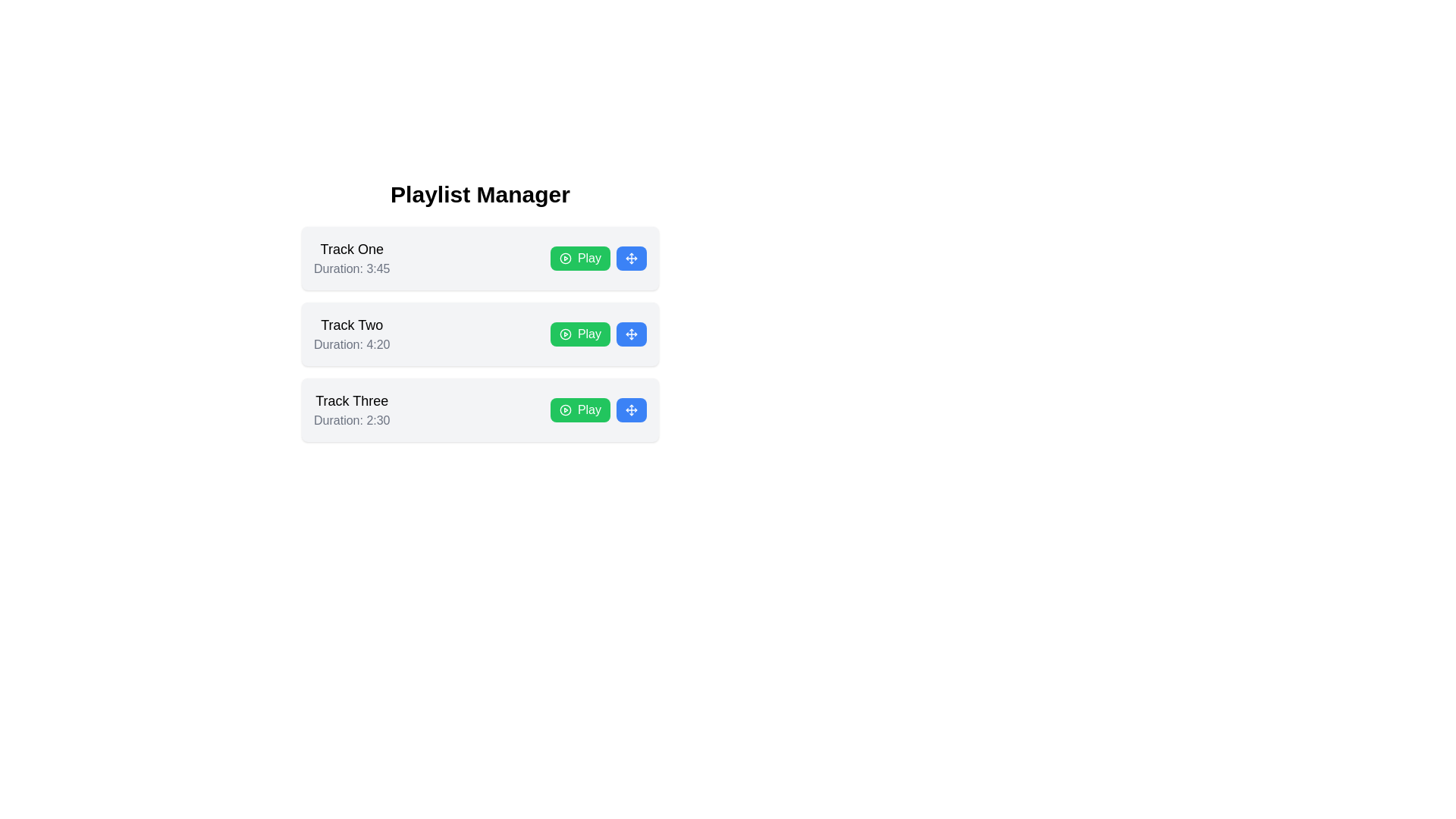 The image size is (1456, 819). I want to click on the static text label displaying 'Track Two', which is the title of the second track in the playlist manager, so click(351, 324).